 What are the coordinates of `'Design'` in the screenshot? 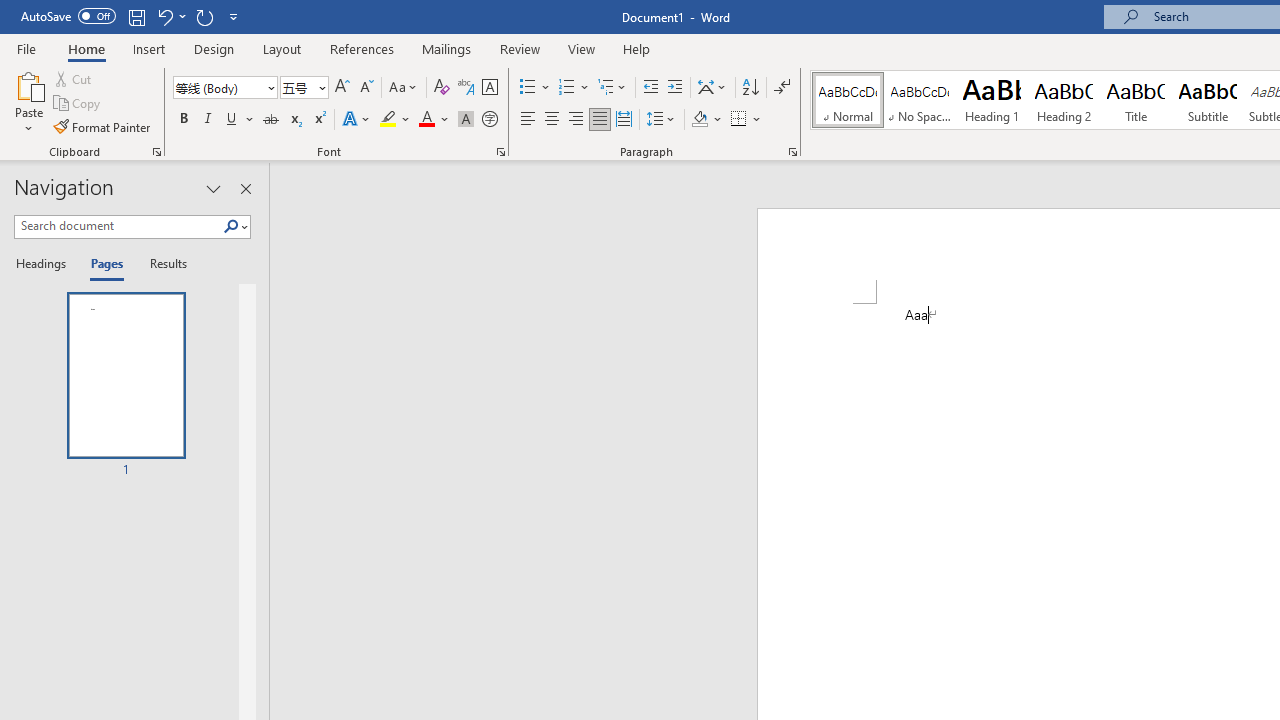 It's located at (214, 48).